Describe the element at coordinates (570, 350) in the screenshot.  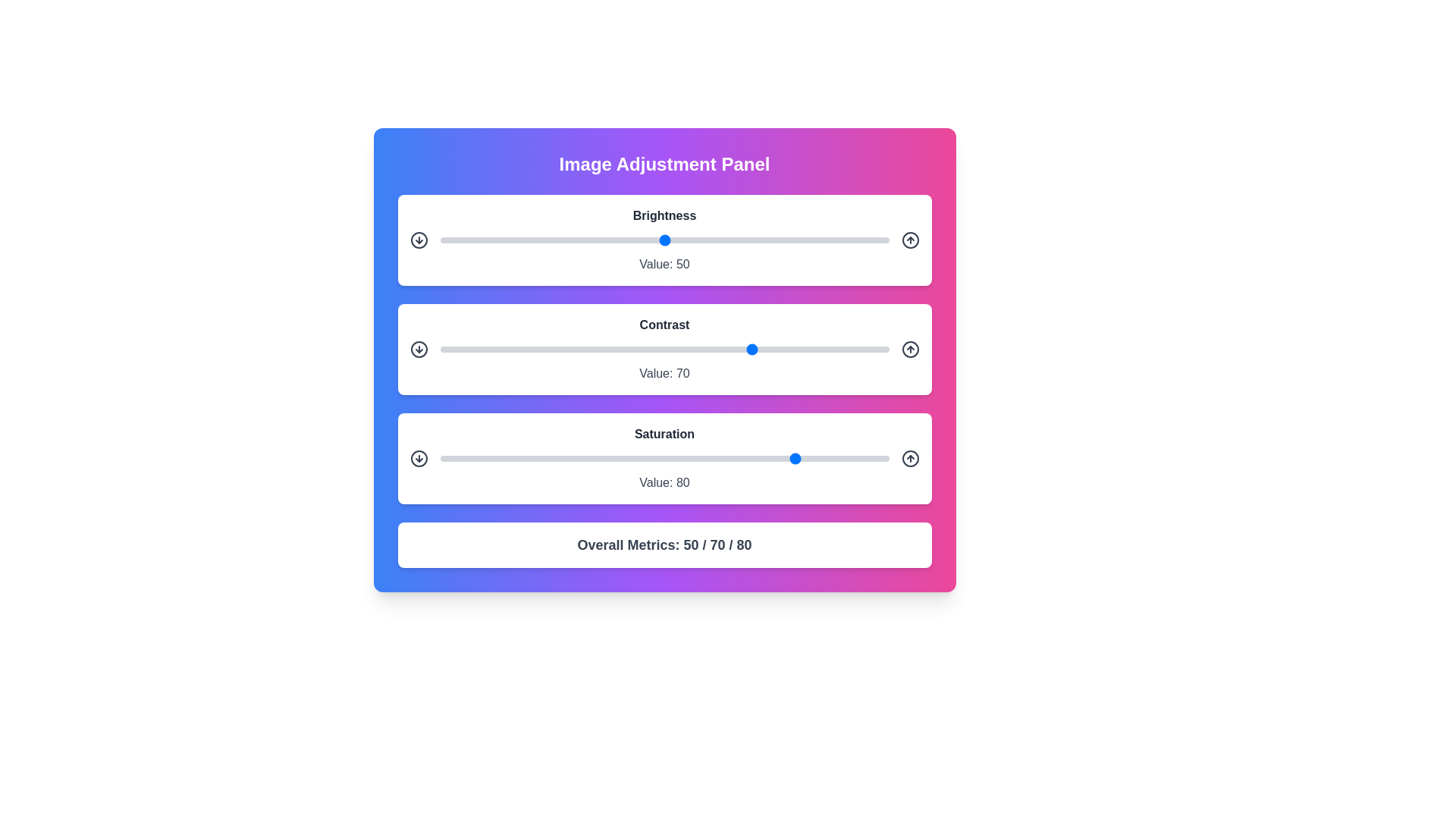
I see `contrast` at that location.